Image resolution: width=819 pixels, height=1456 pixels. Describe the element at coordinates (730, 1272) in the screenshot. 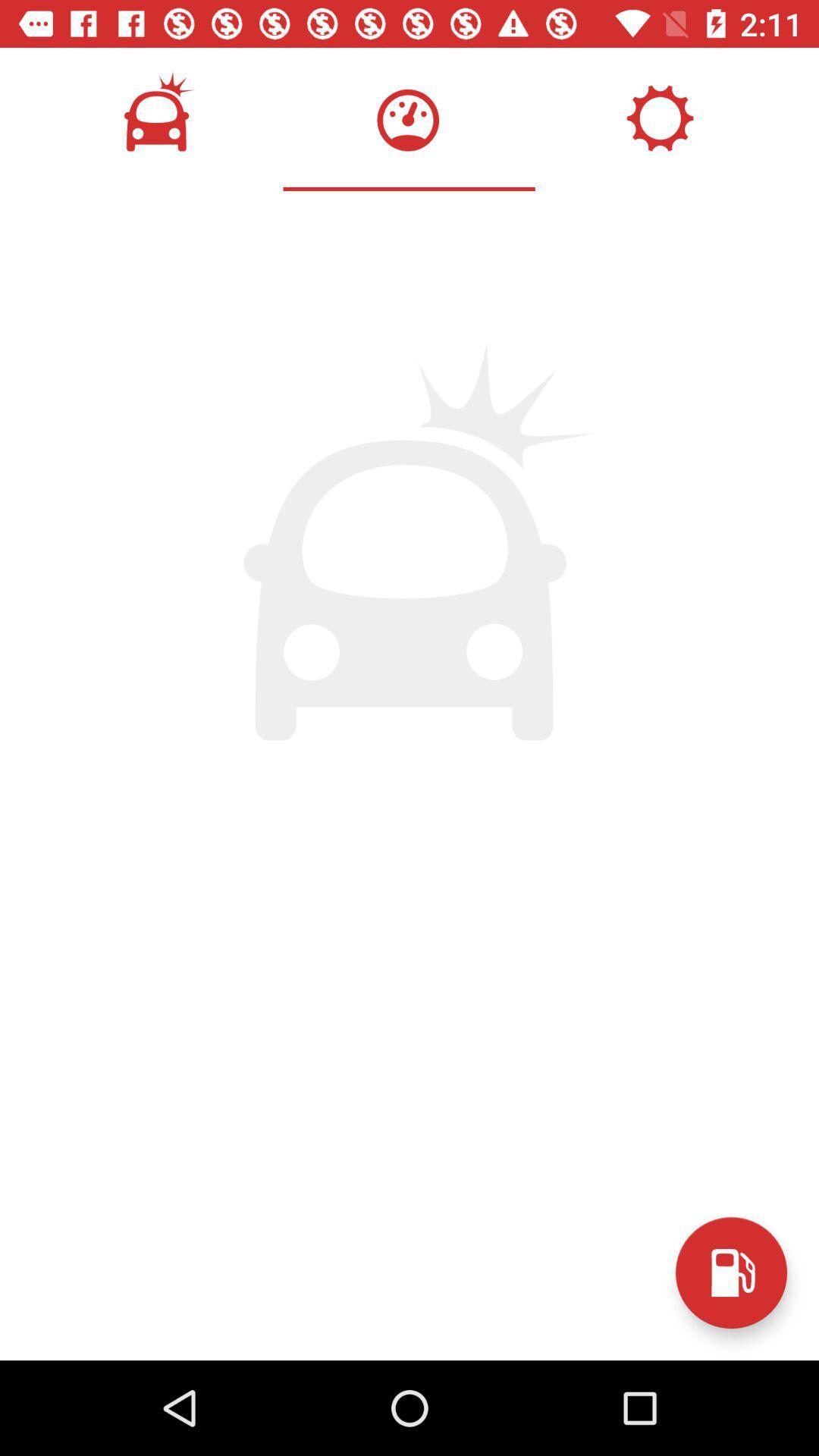

I see `pump gas option` at that location.